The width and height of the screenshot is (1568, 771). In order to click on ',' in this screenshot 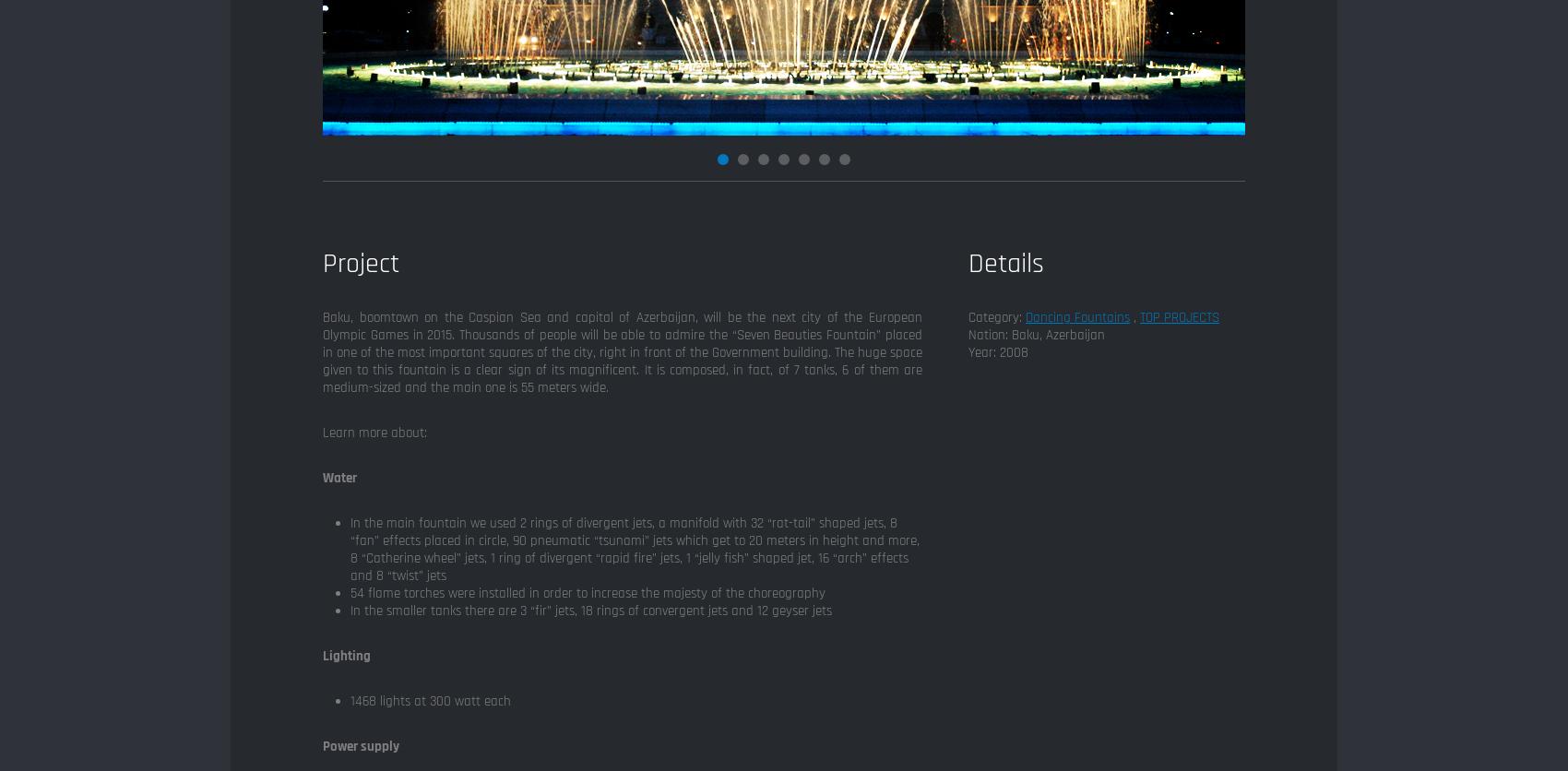, I will do `click(1134, 316)`.